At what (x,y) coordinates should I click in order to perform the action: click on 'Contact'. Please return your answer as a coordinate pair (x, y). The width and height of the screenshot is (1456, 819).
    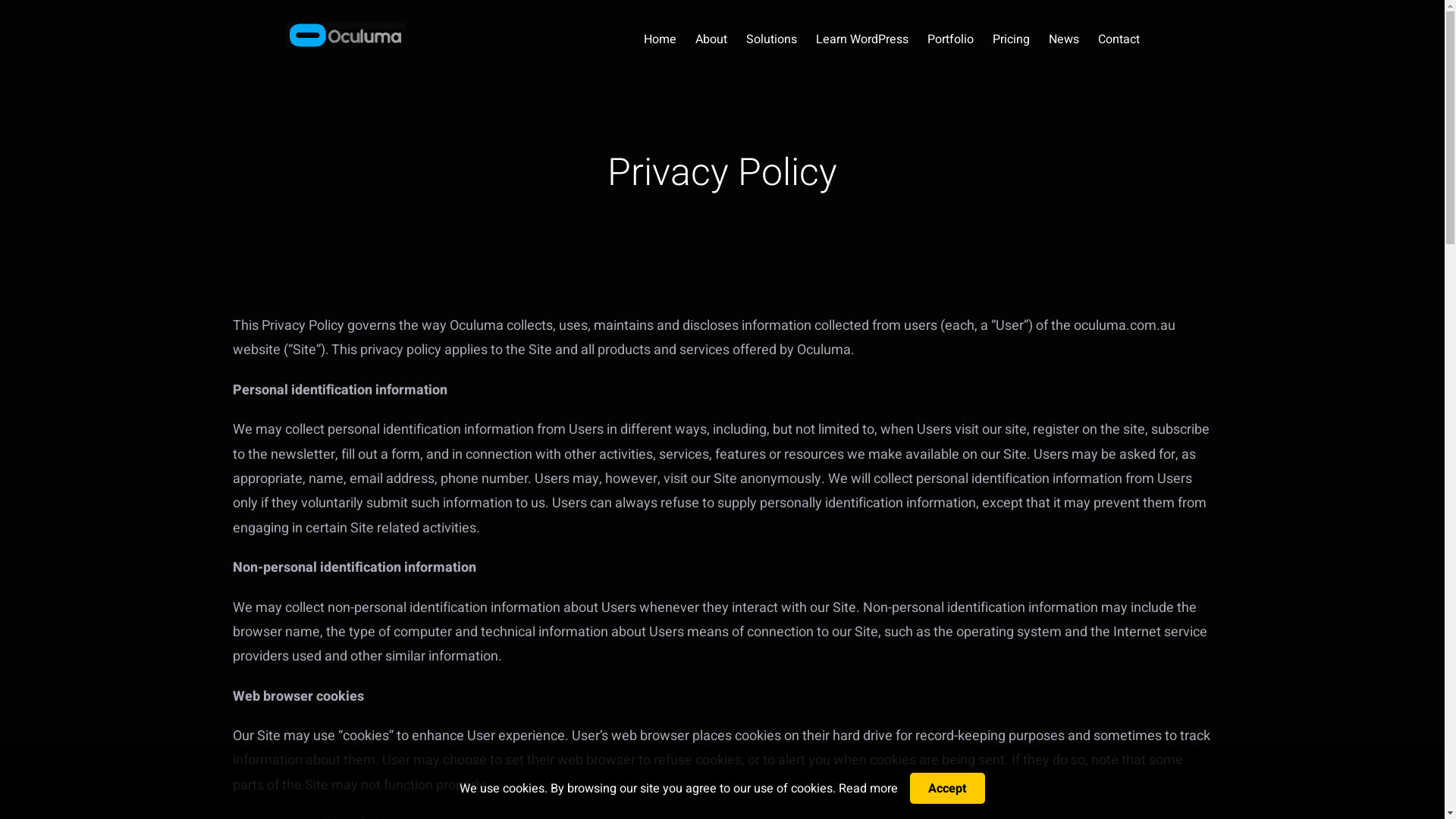
    Looking at the image, I should click on (1119, 38).